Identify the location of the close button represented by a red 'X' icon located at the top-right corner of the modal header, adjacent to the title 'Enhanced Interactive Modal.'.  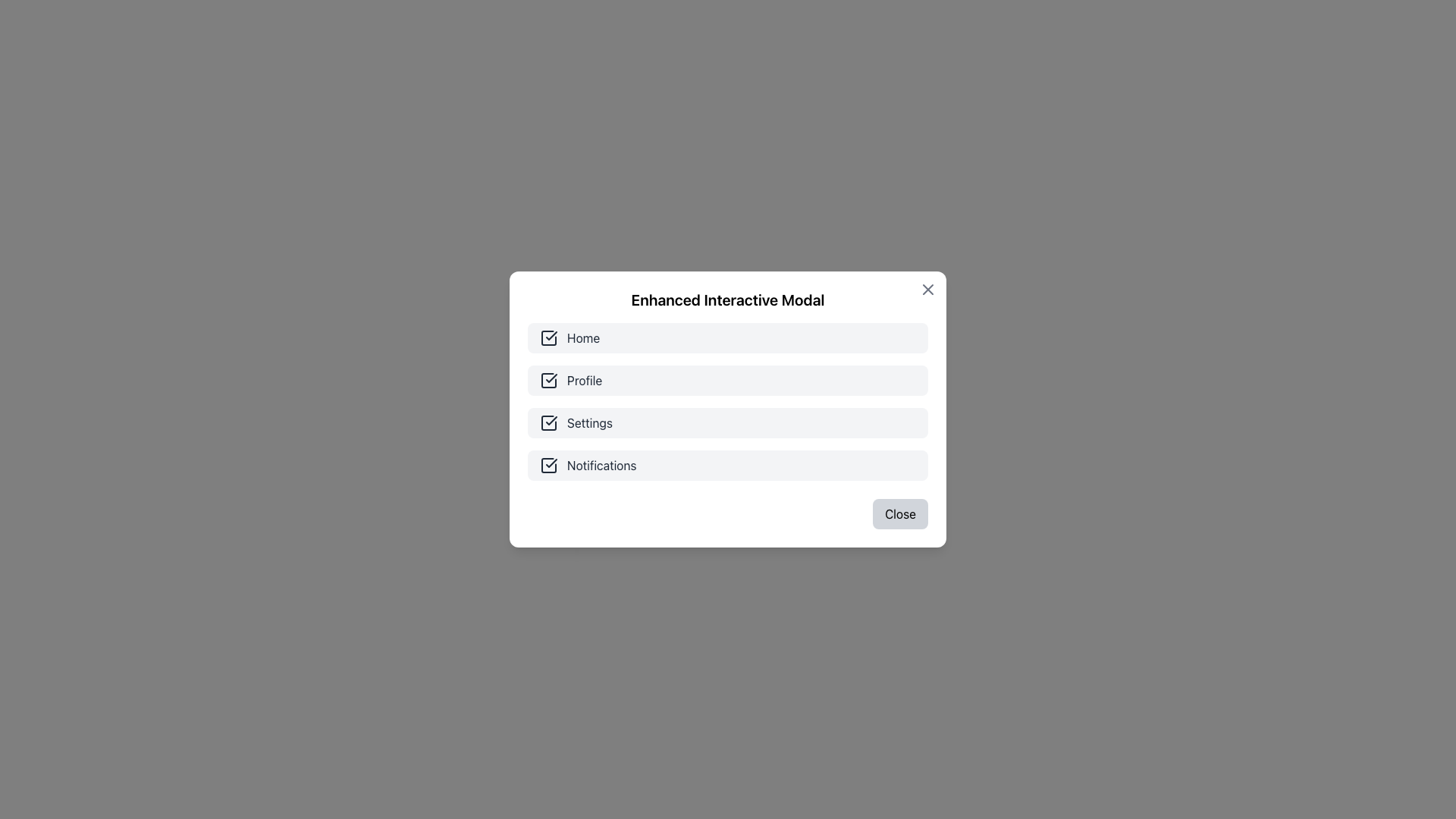
(927, 289).